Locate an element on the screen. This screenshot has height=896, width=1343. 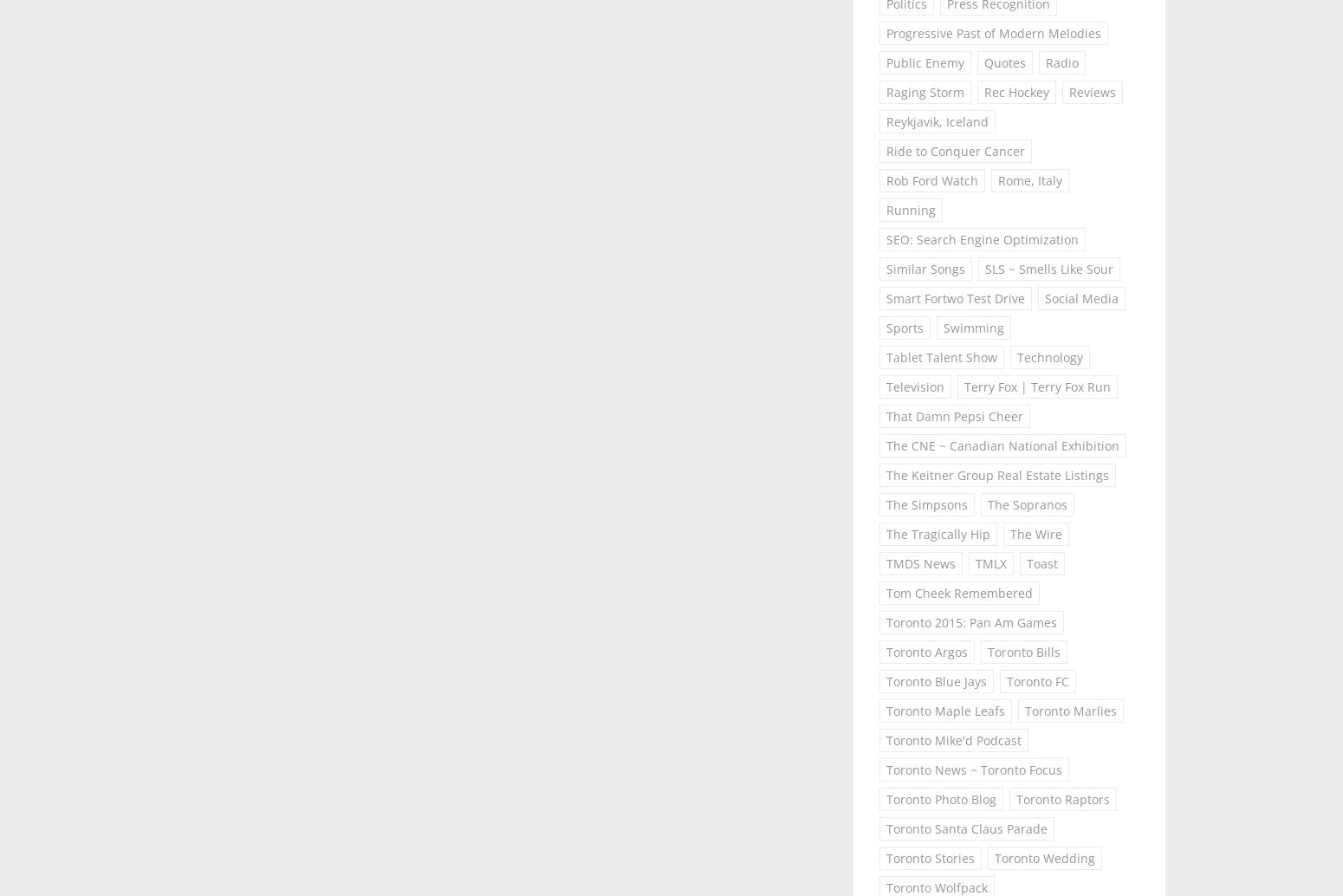
'Progressive Past of Modern Melodies' is located at coordinates (993, 33).